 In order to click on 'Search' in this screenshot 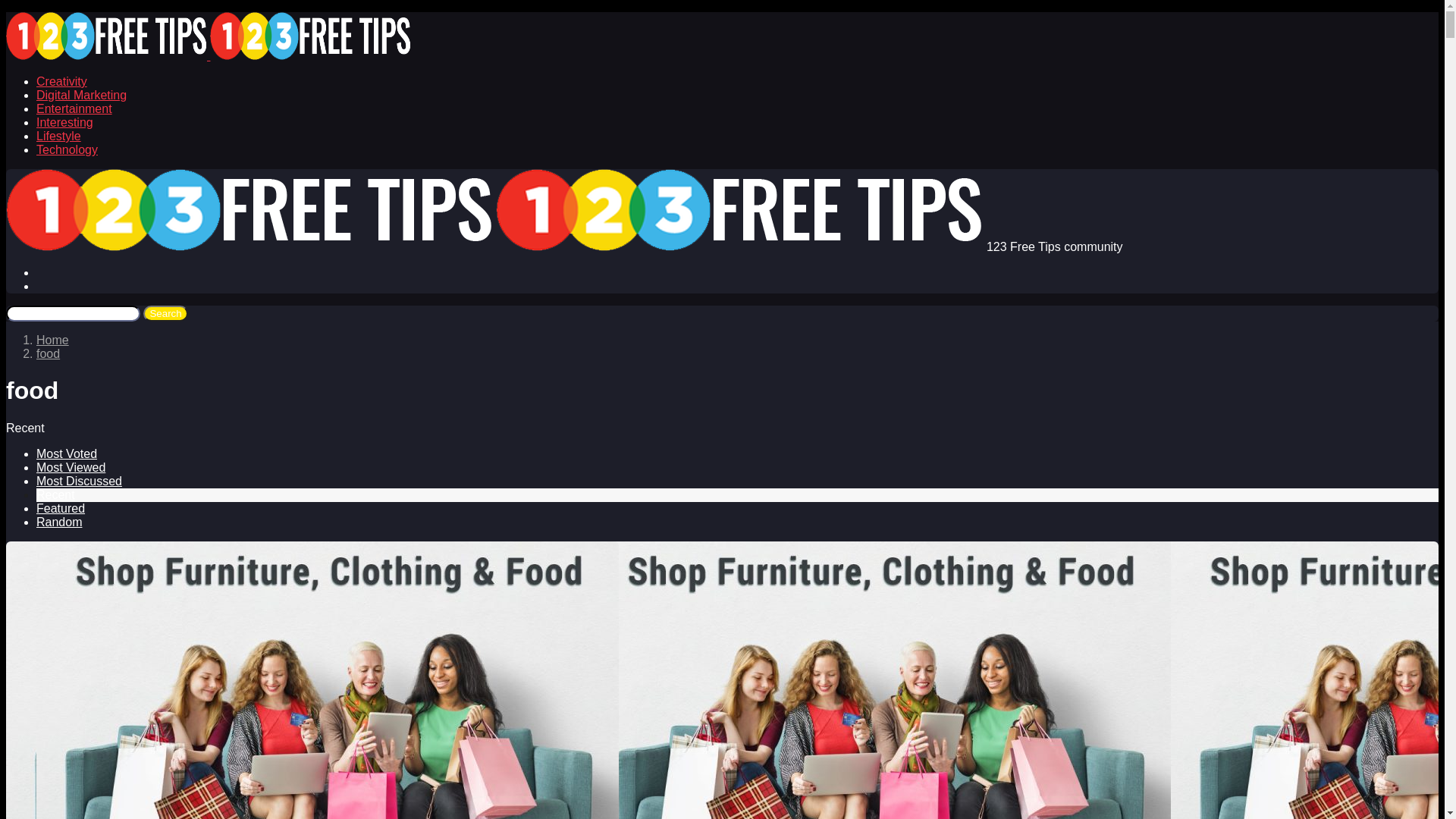, I will do `click(165, 312)`.